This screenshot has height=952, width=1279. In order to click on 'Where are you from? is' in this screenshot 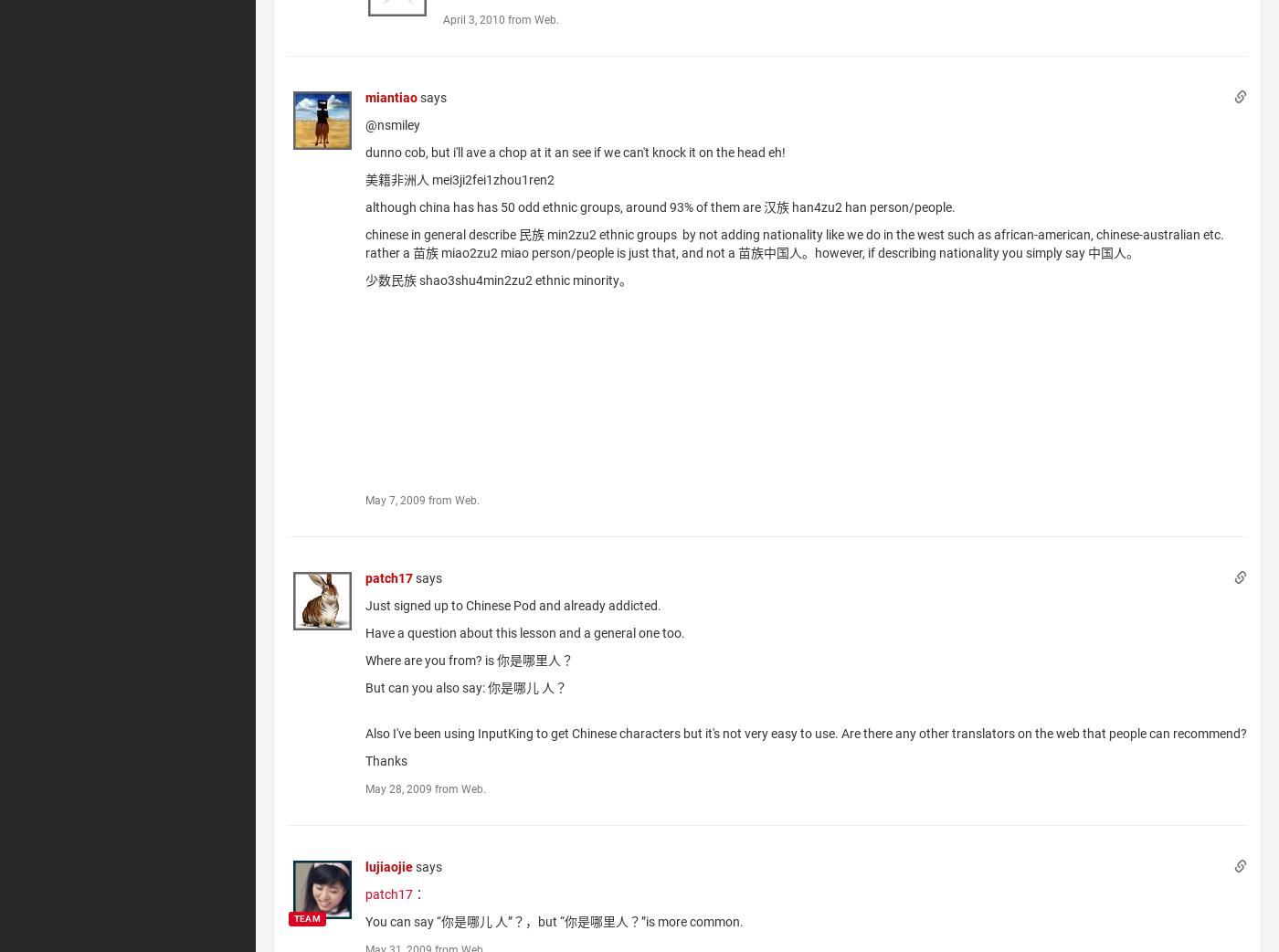, I will do `click(428, 659)`.